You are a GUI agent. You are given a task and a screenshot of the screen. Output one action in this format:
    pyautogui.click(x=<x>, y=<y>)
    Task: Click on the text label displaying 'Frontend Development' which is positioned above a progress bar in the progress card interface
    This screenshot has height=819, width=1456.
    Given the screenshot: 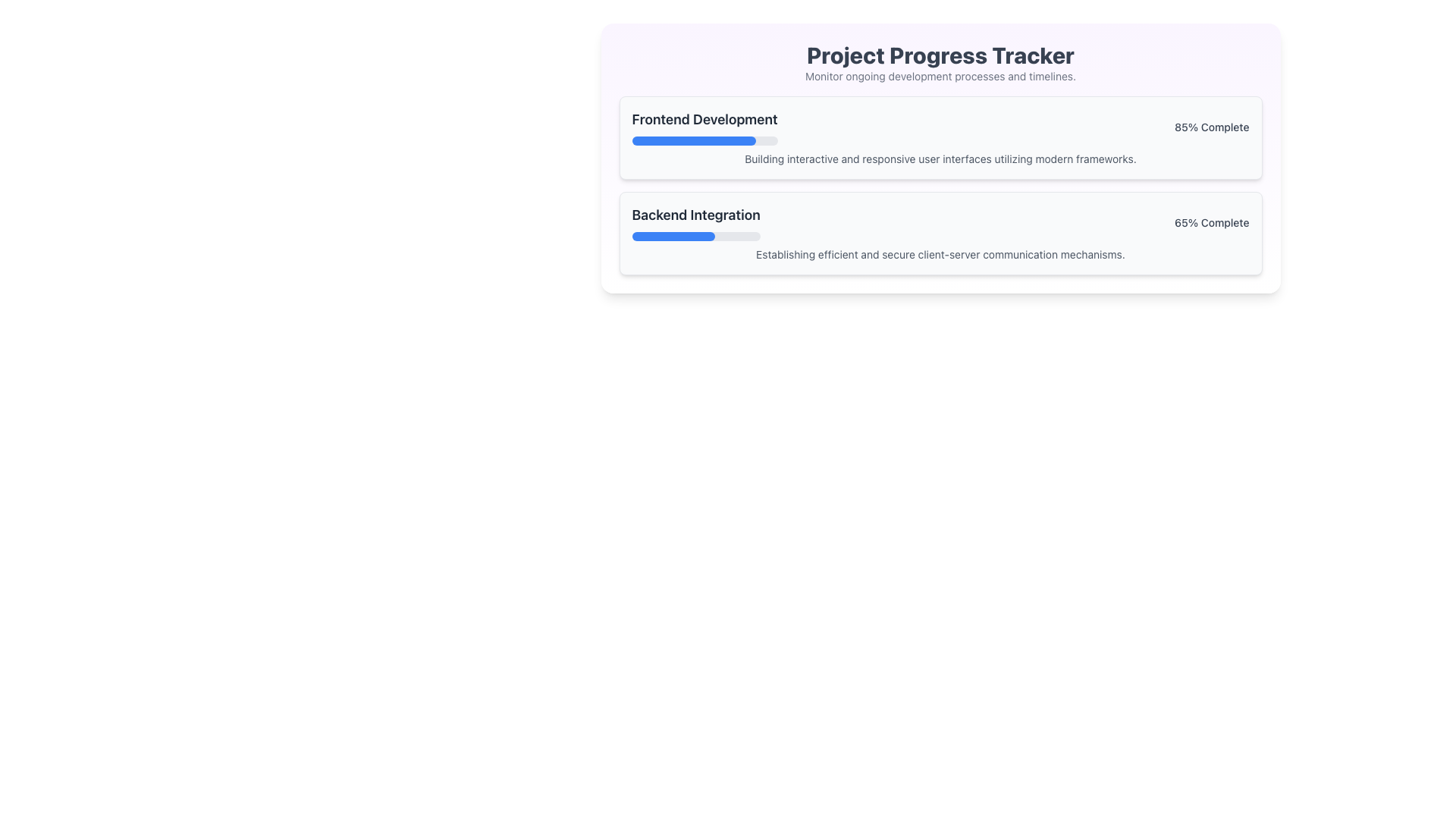 What is the action you would take?
    pyautogui.click(x=704, y=127)
    